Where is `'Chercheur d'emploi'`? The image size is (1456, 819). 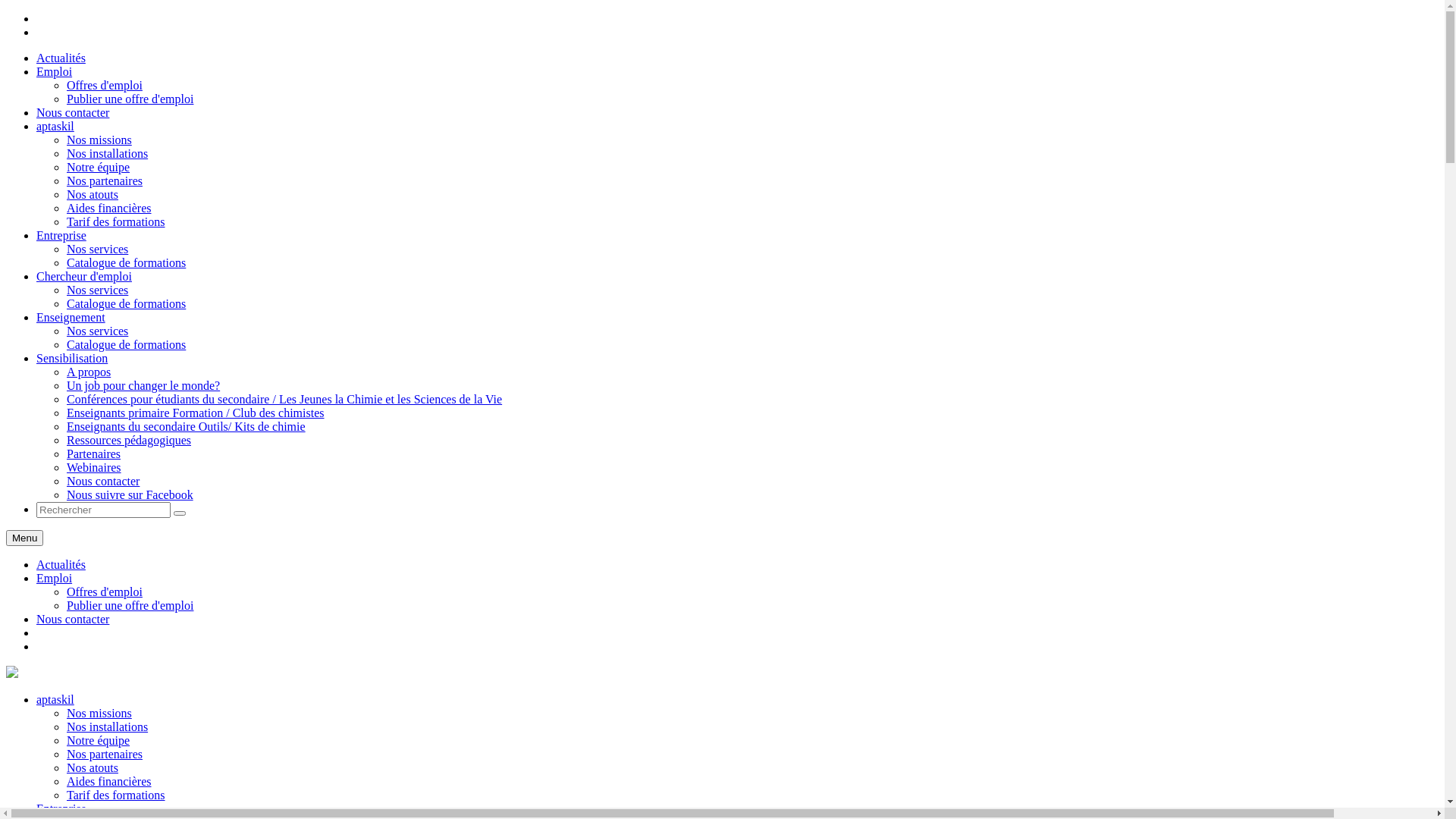 'Chercheur d'emploi' is located at coordinates (83, 276).